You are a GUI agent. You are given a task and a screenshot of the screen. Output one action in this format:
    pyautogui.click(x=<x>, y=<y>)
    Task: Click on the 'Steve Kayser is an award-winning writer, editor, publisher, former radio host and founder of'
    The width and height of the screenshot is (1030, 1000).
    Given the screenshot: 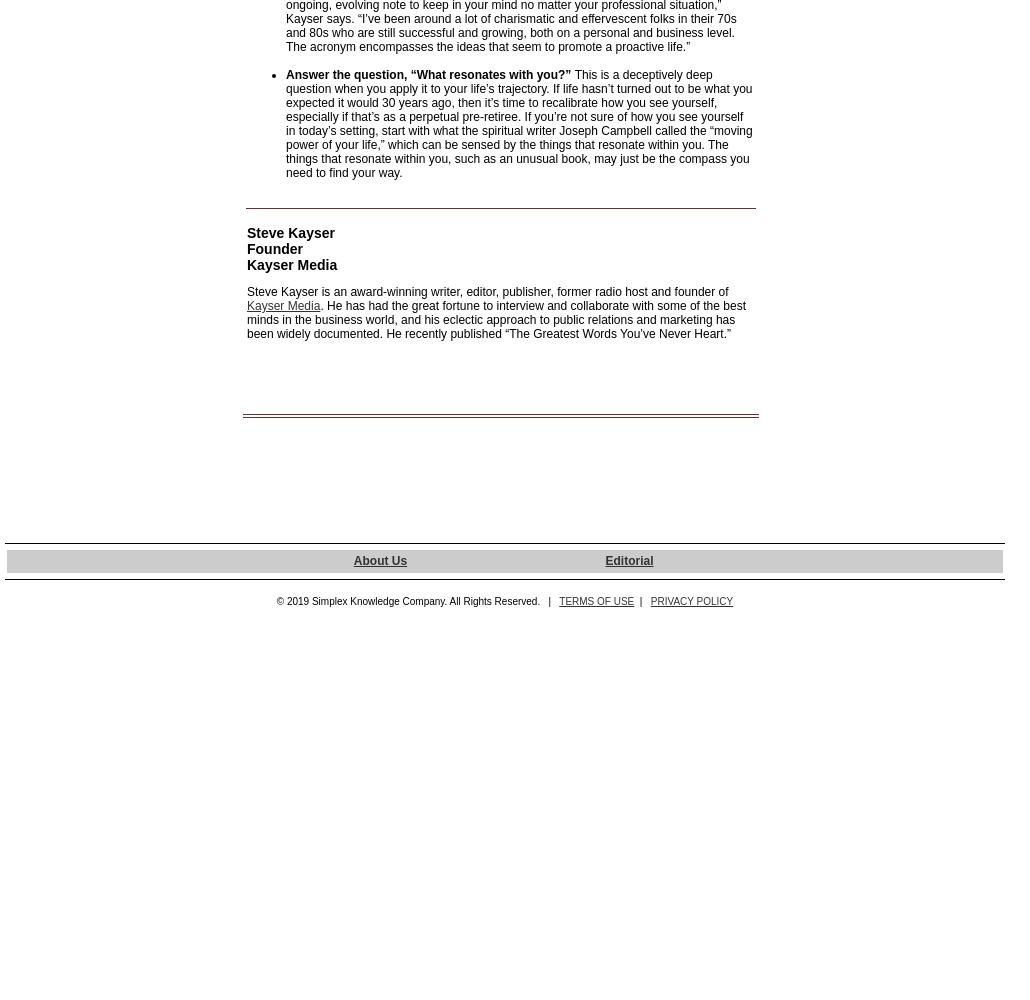 What is the action you would take?
    pyautogui.click(x=486, y=292)
    